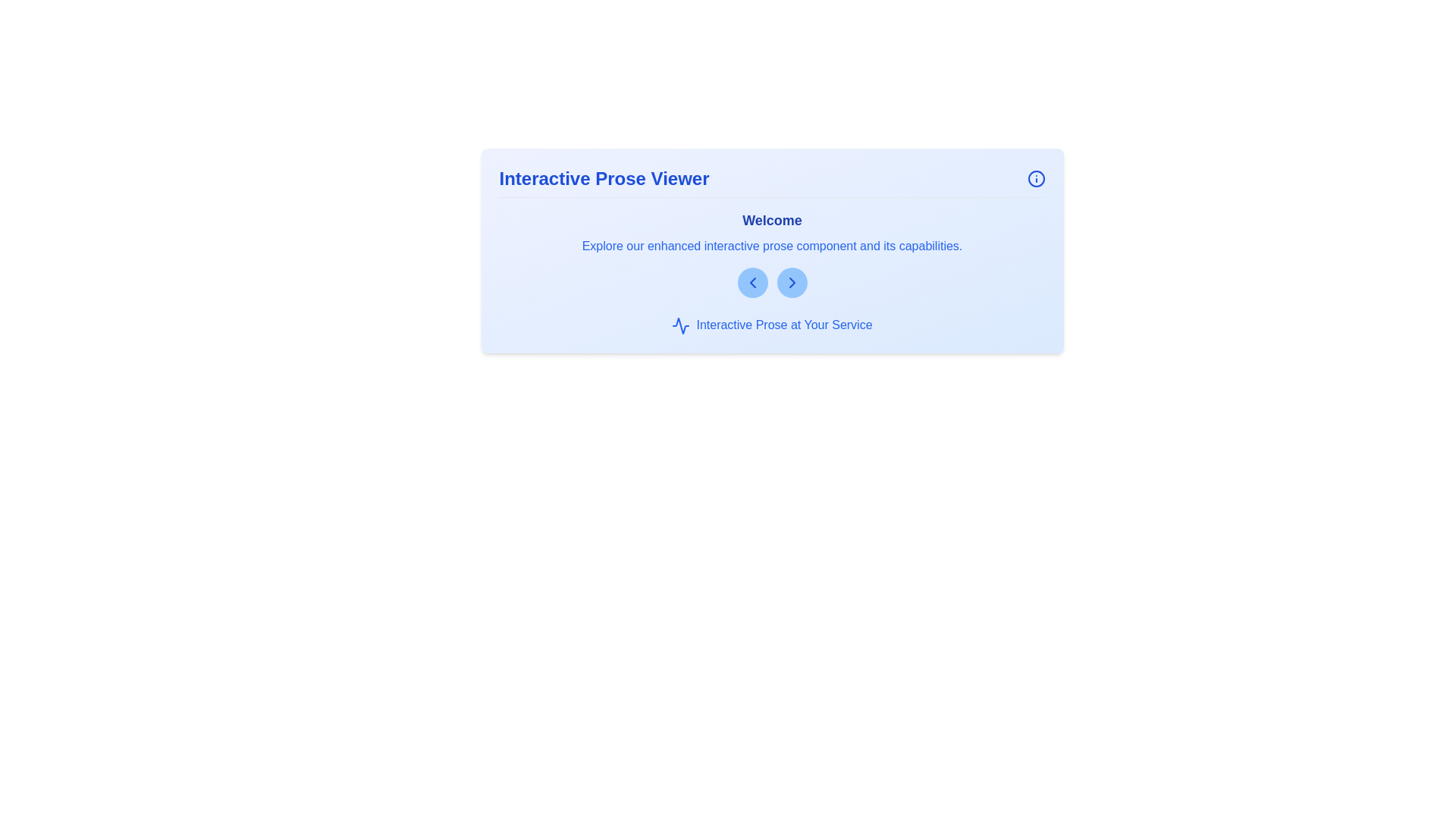 The width and height of the screenshot is (1456, 819). I want to click on the blue-stroked SVG Circle that is centered in the info icon within the 'Interactive Prose Viewer' card, so click(1035, 177).